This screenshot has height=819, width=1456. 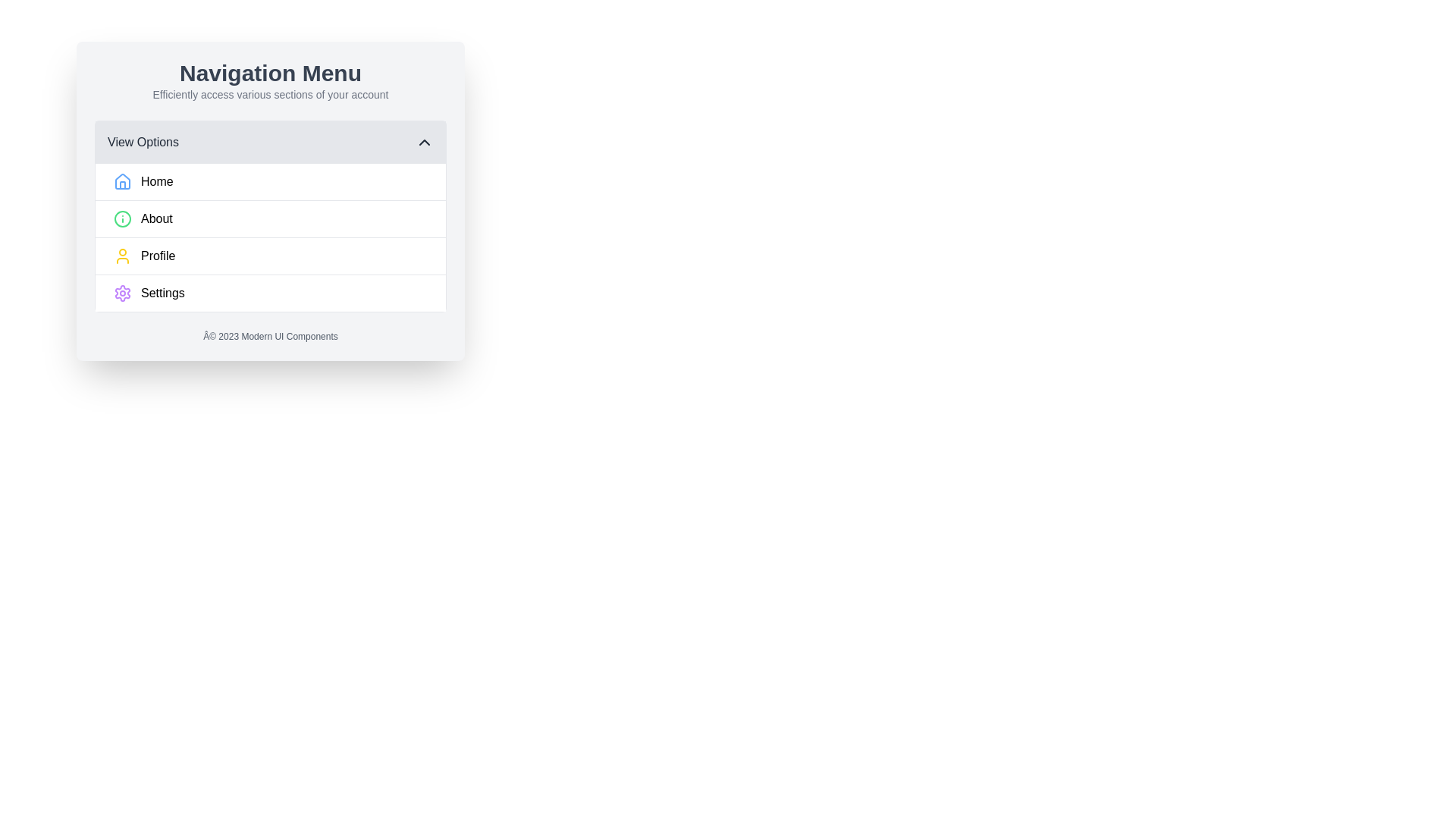 What do you see at coordinates (123, 219) in the screenshot?
I see `the SVG Circle that forms the outer boundary of the 'About' menu icon` at bounding box center [123, 219].